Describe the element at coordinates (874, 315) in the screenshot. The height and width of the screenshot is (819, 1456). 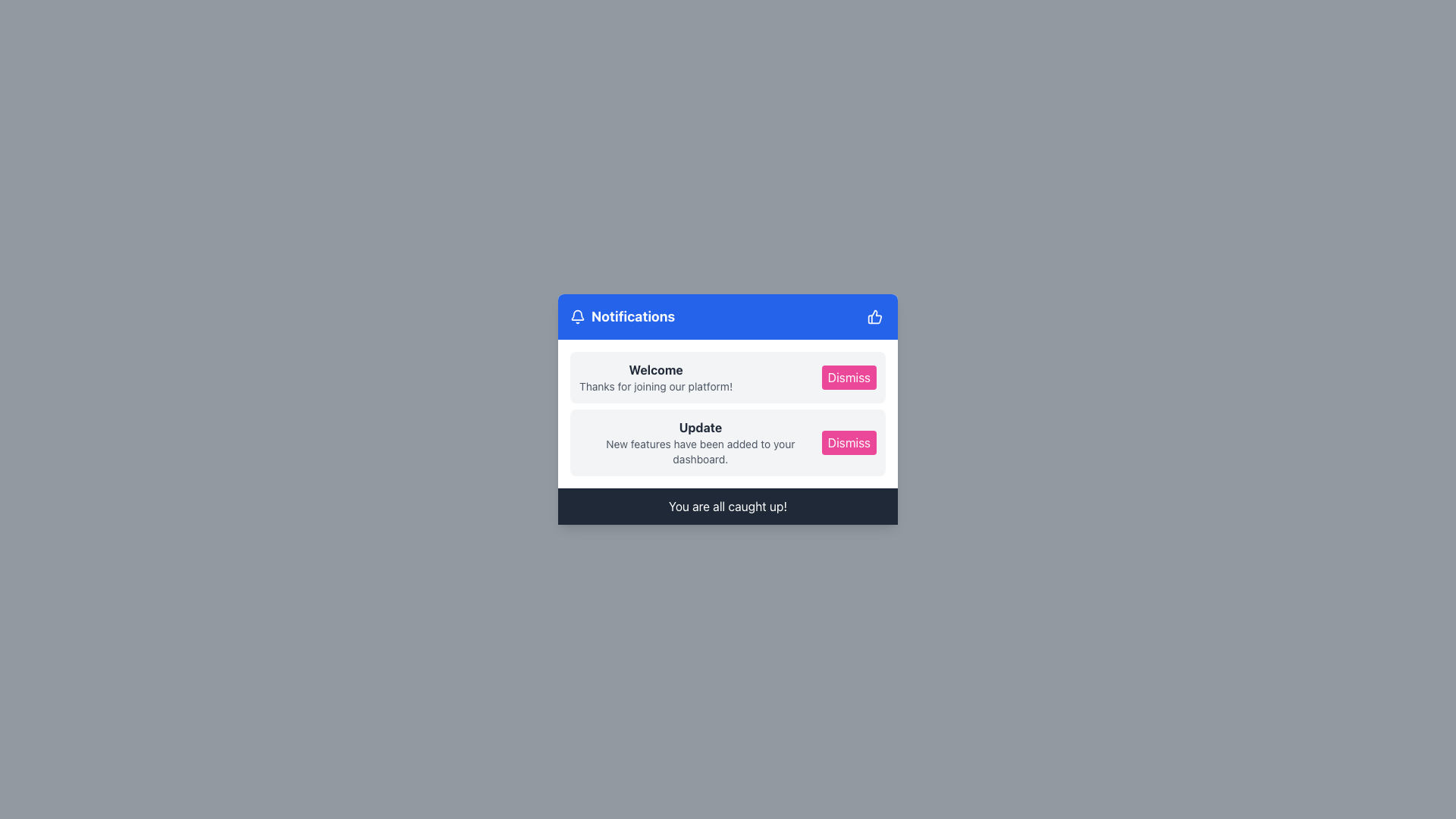
I see `the 'like' button located at the top-right corner of the blue title bar labeled 'Notifications' to express approval` at that location.